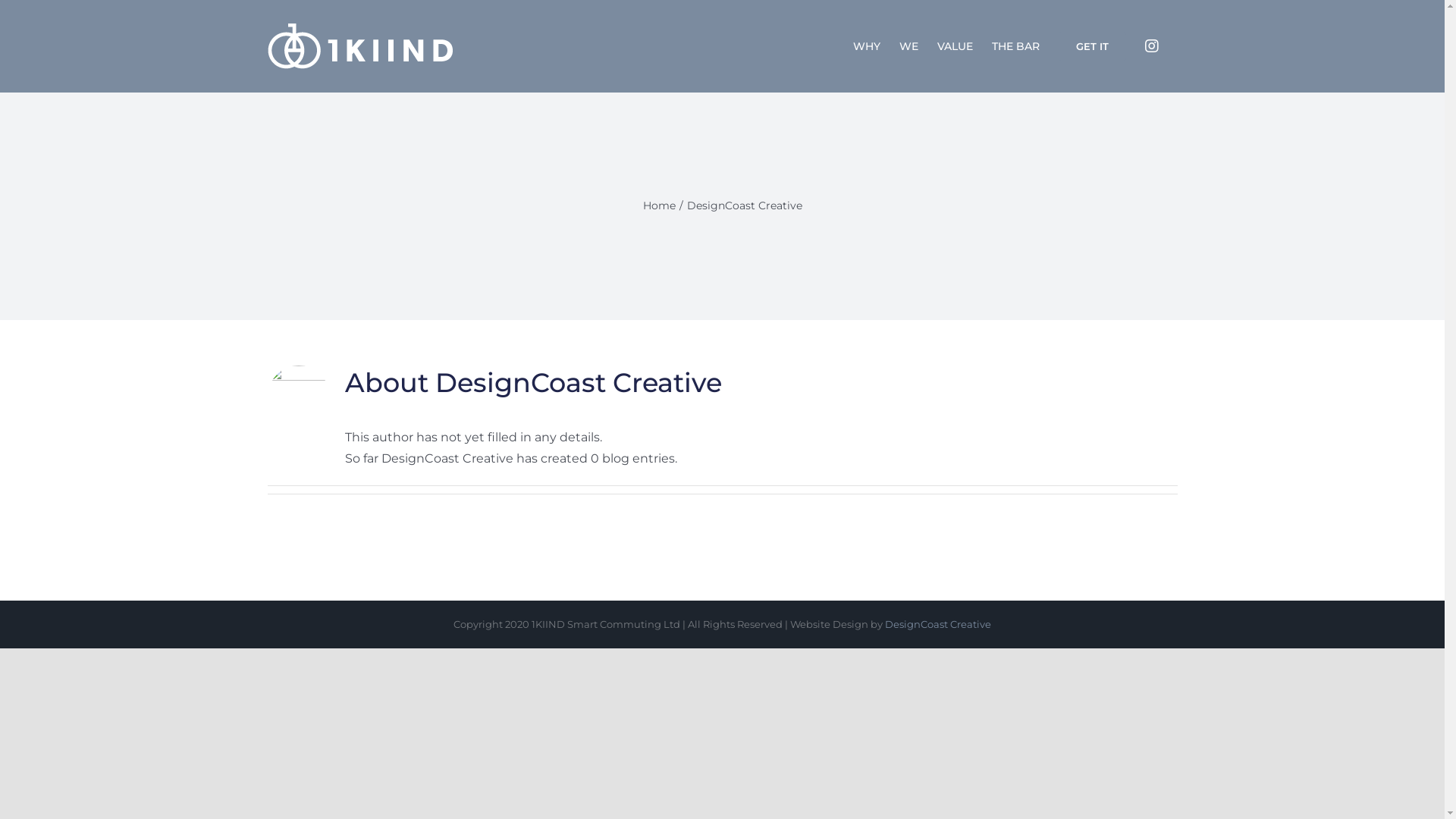  What do you see at coordinates (954, 45) in the screenshot?
I see `'VALUE'` at bounding box center [954, 45].